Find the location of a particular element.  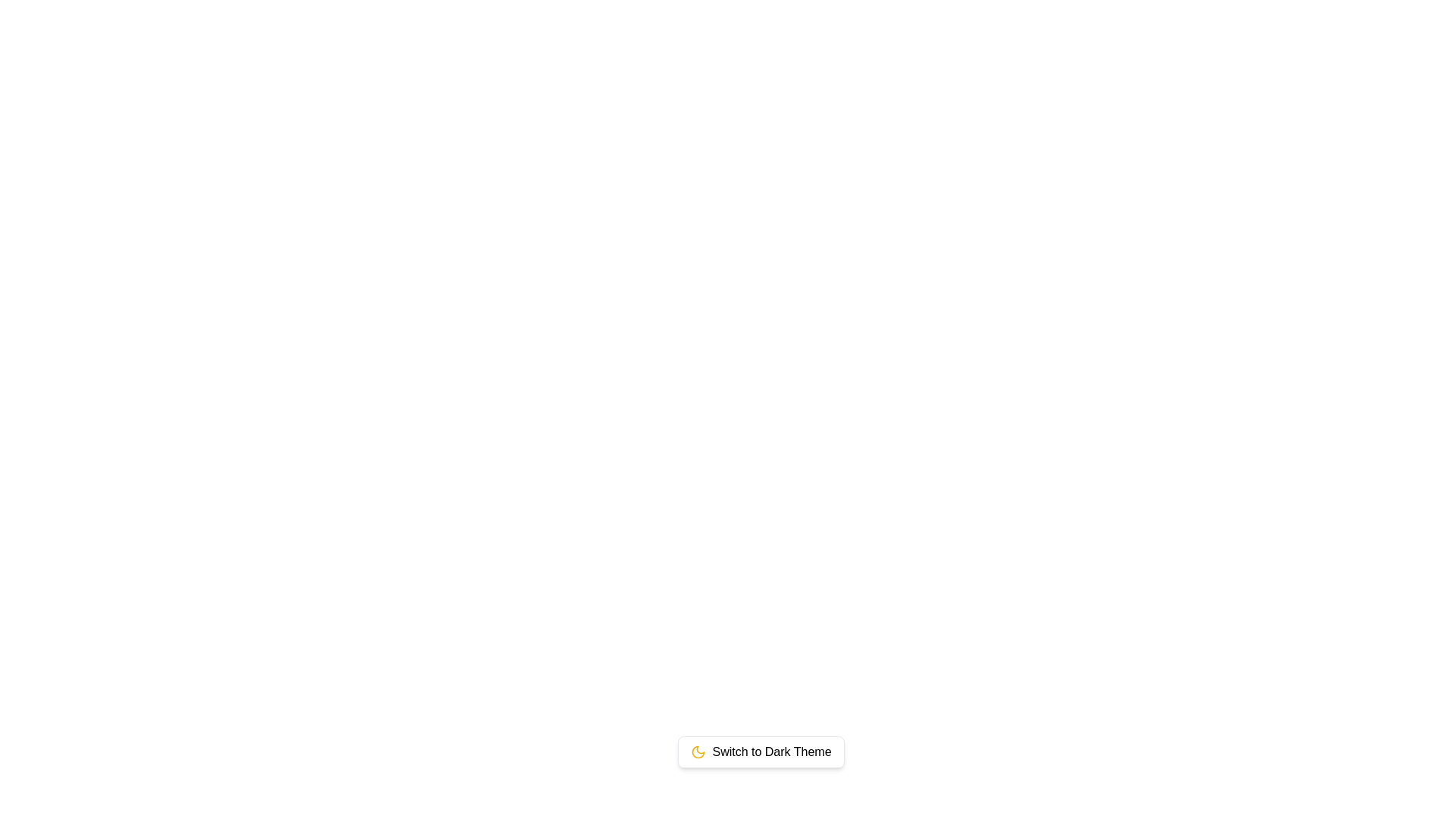

the 'Switch to Dark Theme' button is located at coordinates (761, 752).